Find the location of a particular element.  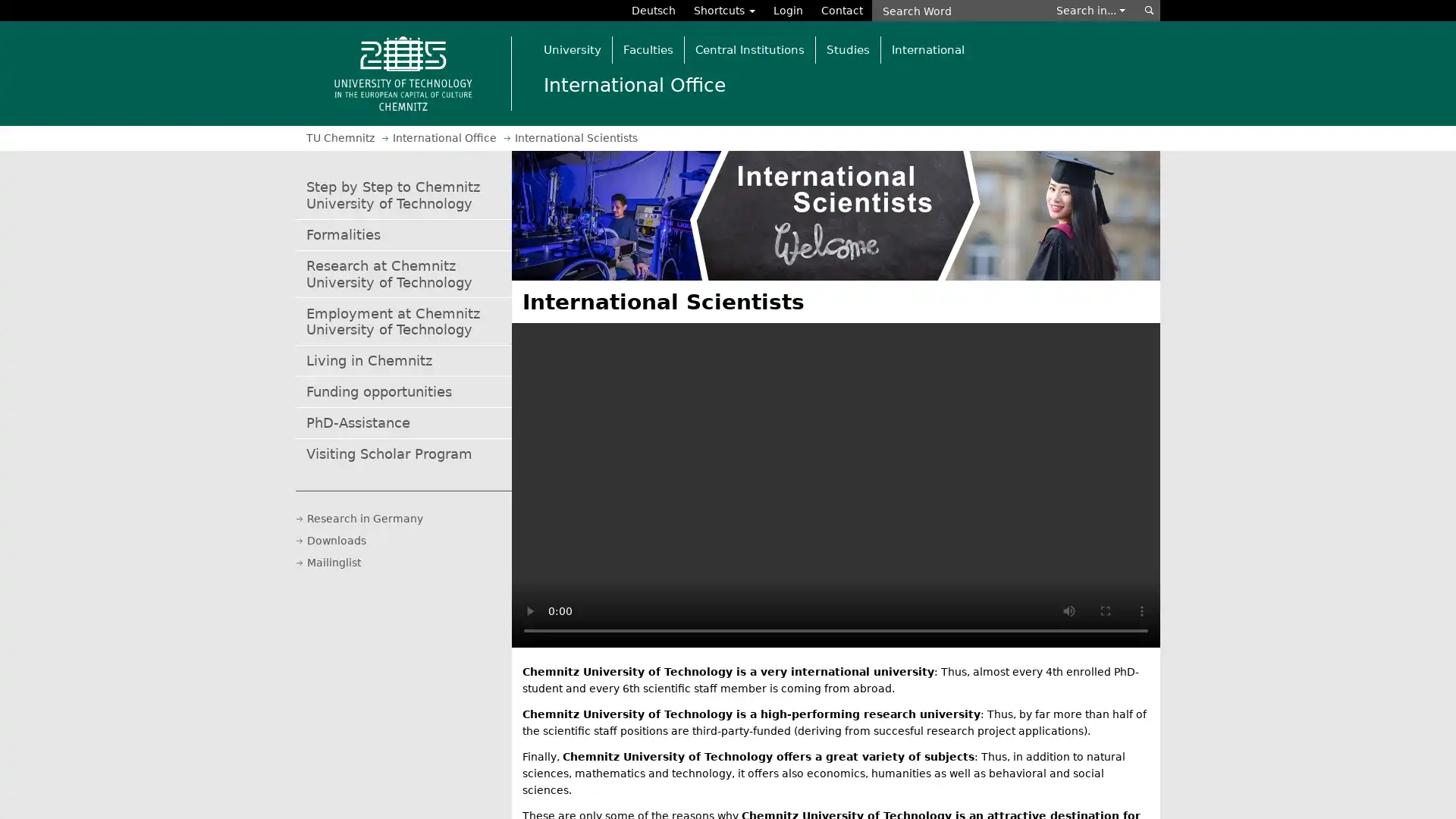

Central Institutions is located at coordinates (749, 49).